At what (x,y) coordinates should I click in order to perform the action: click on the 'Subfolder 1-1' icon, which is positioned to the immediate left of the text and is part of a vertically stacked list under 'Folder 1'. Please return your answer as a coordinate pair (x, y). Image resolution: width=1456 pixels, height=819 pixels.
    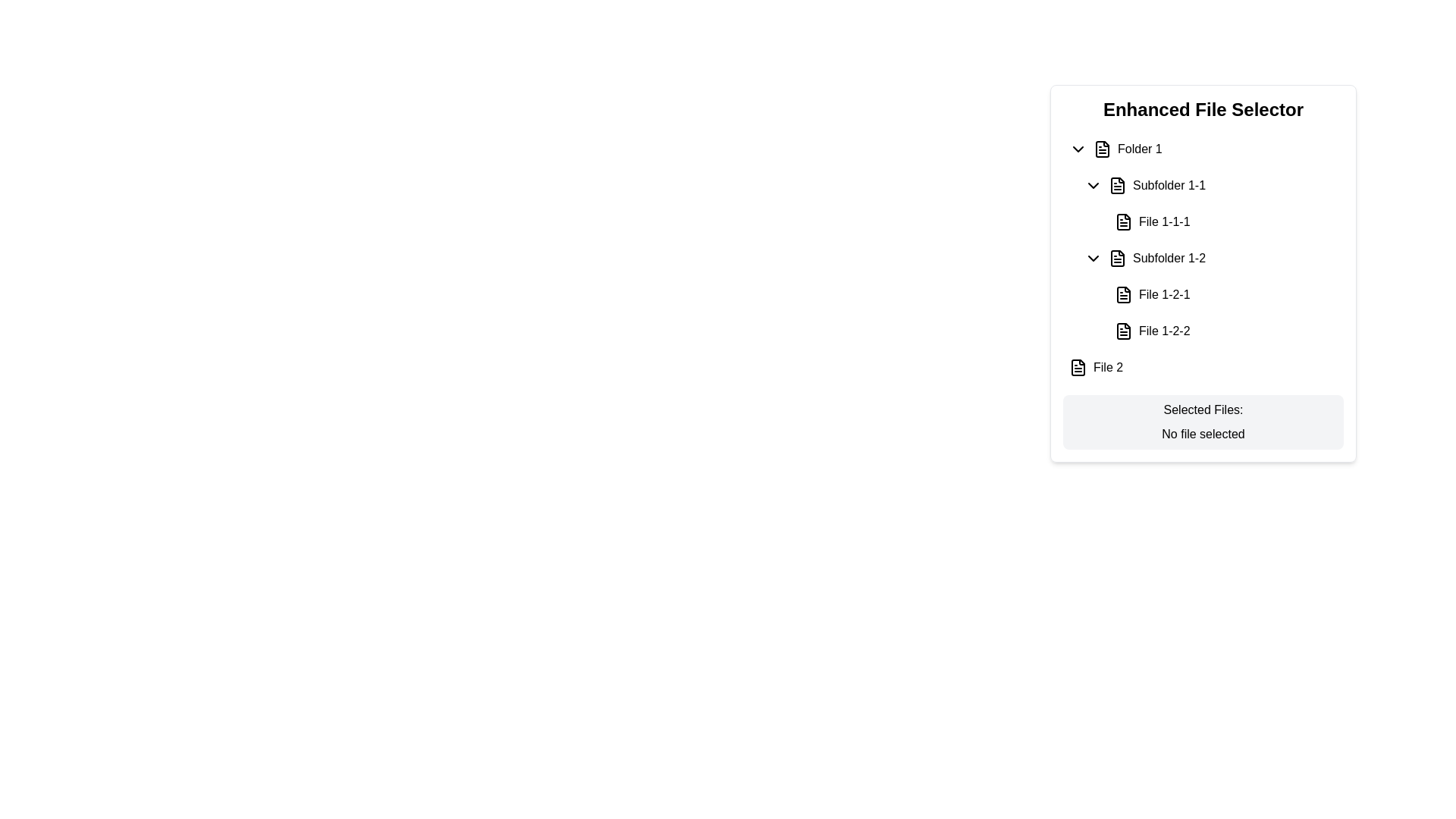
    Looking at the image, I should click on (1117, 185).